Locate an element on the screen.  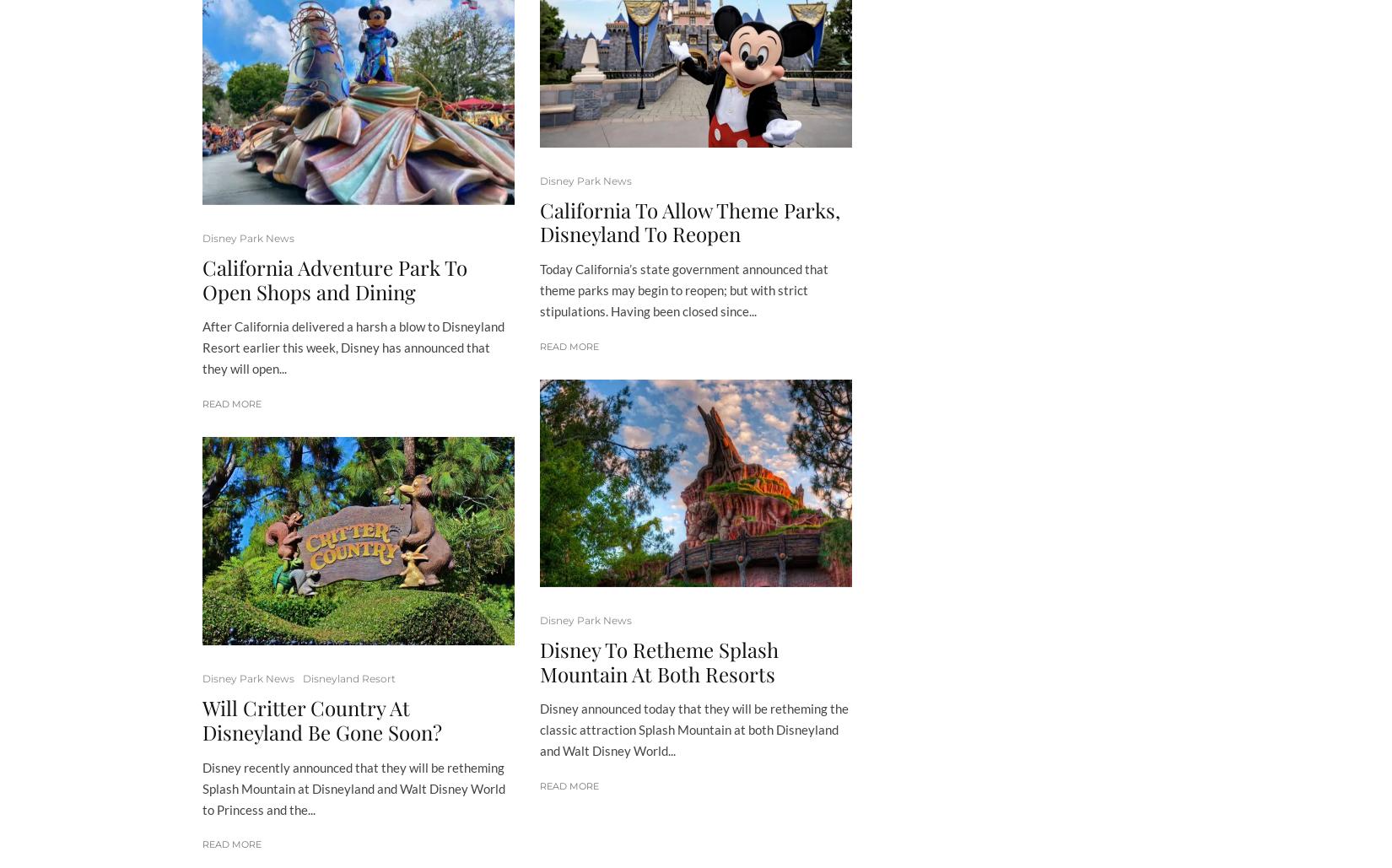
'Disneyland Resort' is located at coordinates (348, 678).